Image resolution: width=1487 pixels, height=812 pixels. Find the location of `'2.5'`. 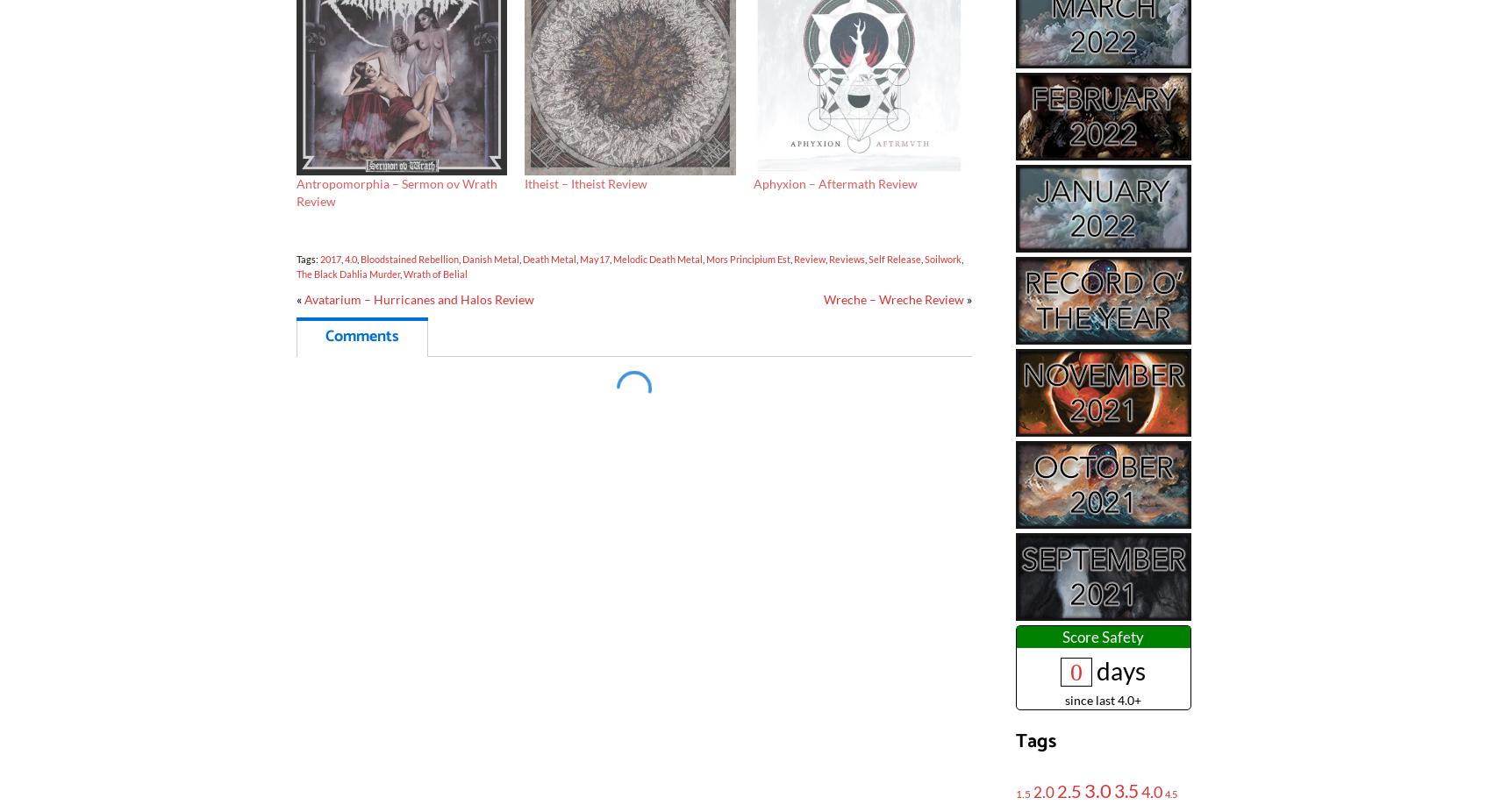

'2.5' is located at coordinates (1055, 789).